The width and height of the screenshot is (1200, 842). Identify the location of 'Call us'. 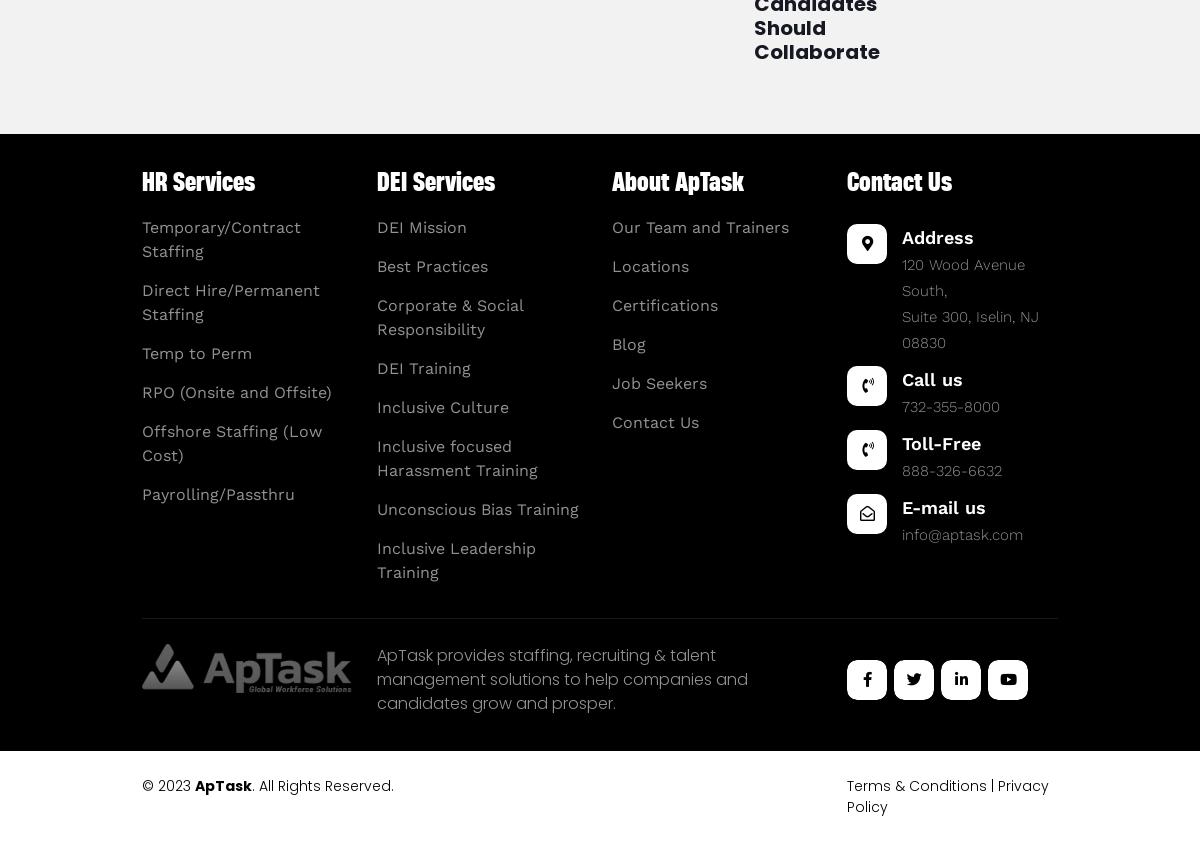
(932, 378).